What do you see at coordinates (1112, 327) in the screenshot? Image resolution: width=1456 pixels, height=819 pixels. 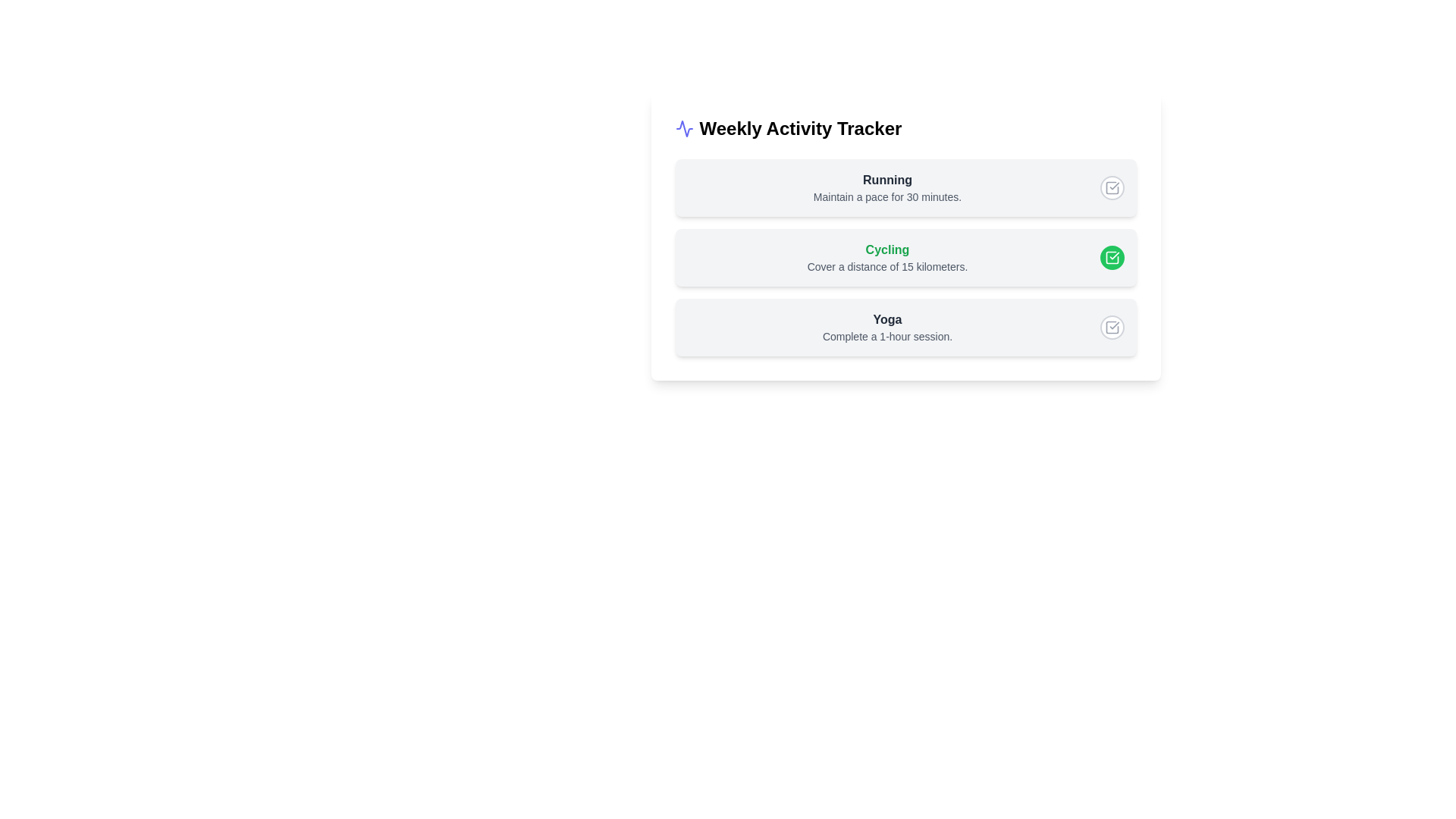 I see `the circular button with a ticked checkbox icon on the right side of the 'Yoga' task row to mark the task as completed` at bounding box center [1112, 327].